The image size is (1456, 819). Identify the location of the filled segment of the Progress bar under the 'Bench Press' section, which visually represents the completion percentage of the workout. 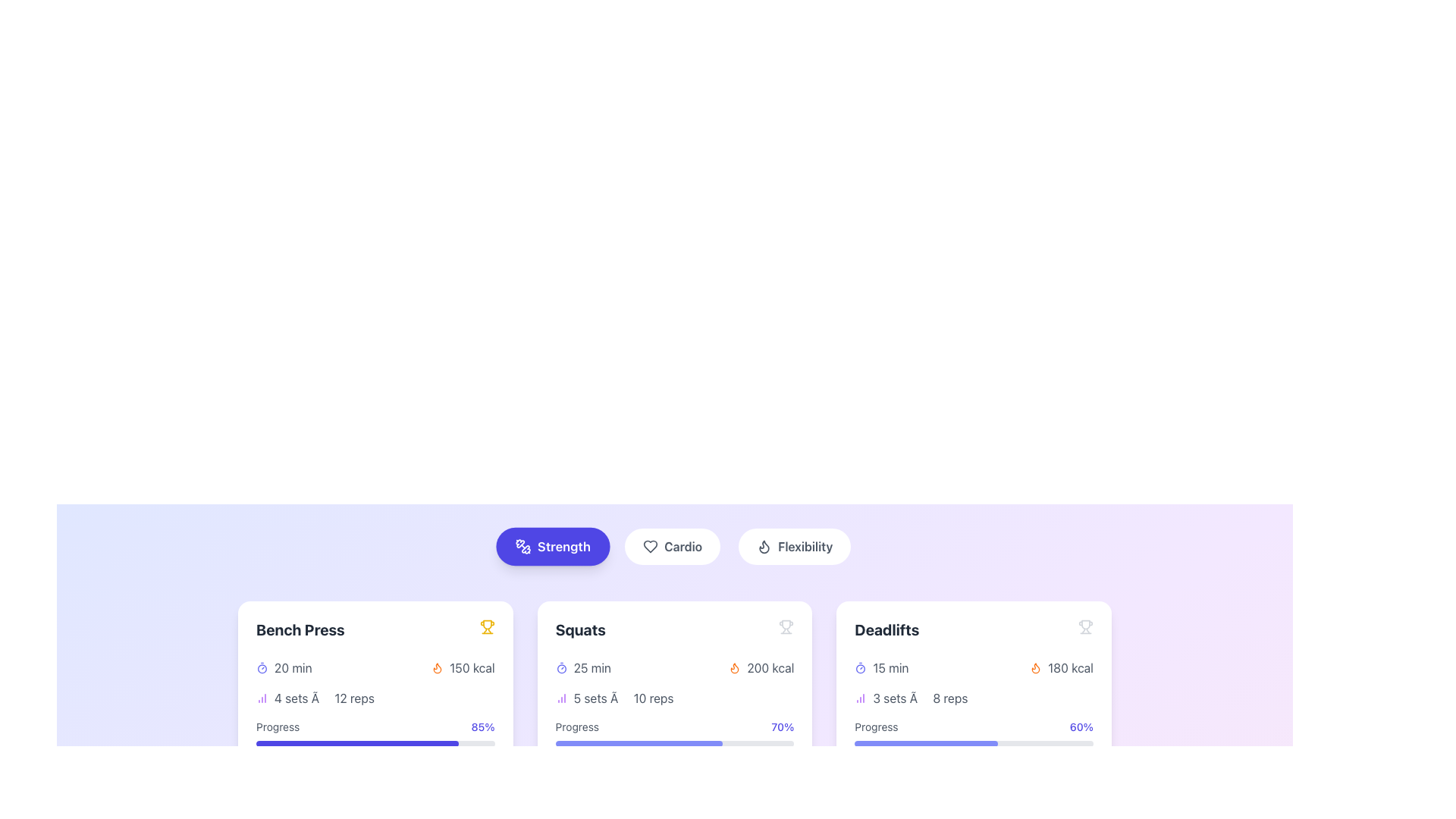
(356, 742).